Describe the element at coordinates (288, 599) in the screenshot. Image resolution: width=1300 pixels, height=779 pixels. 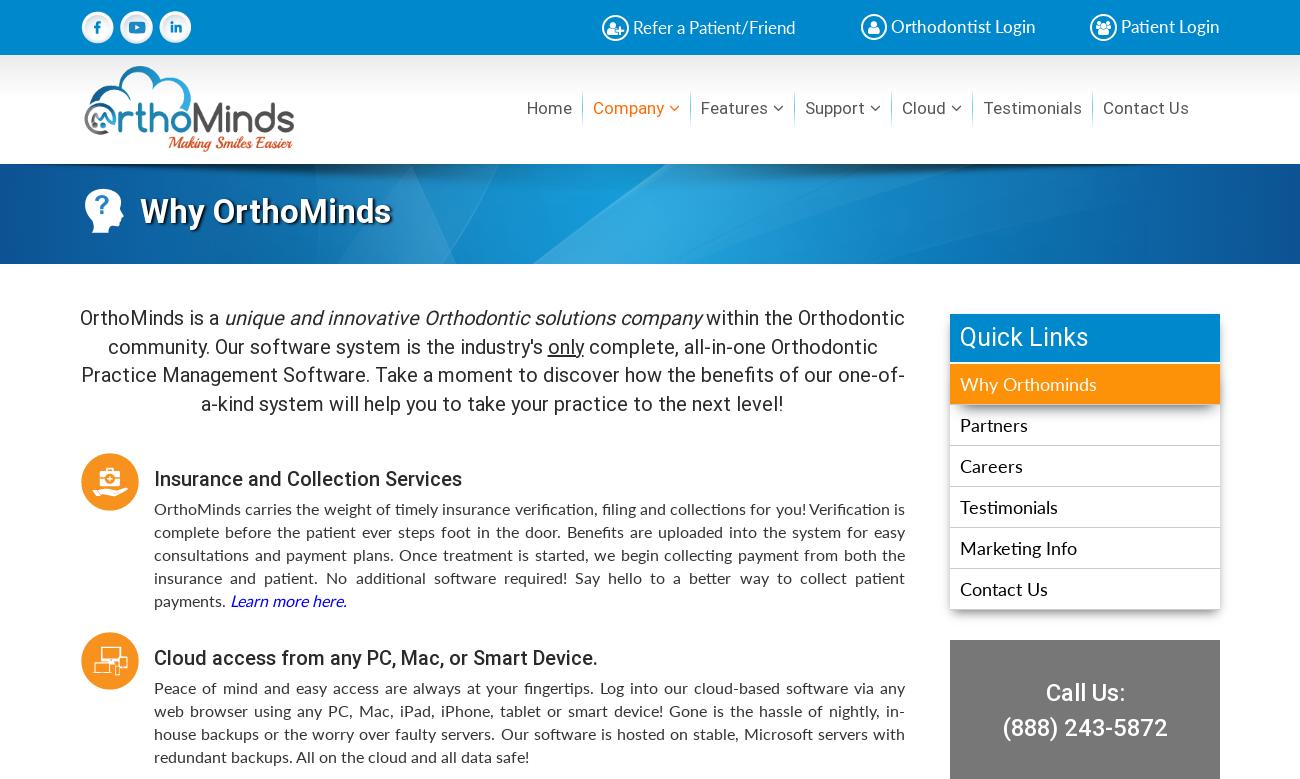
I see `'Learn more here.'` at that location.